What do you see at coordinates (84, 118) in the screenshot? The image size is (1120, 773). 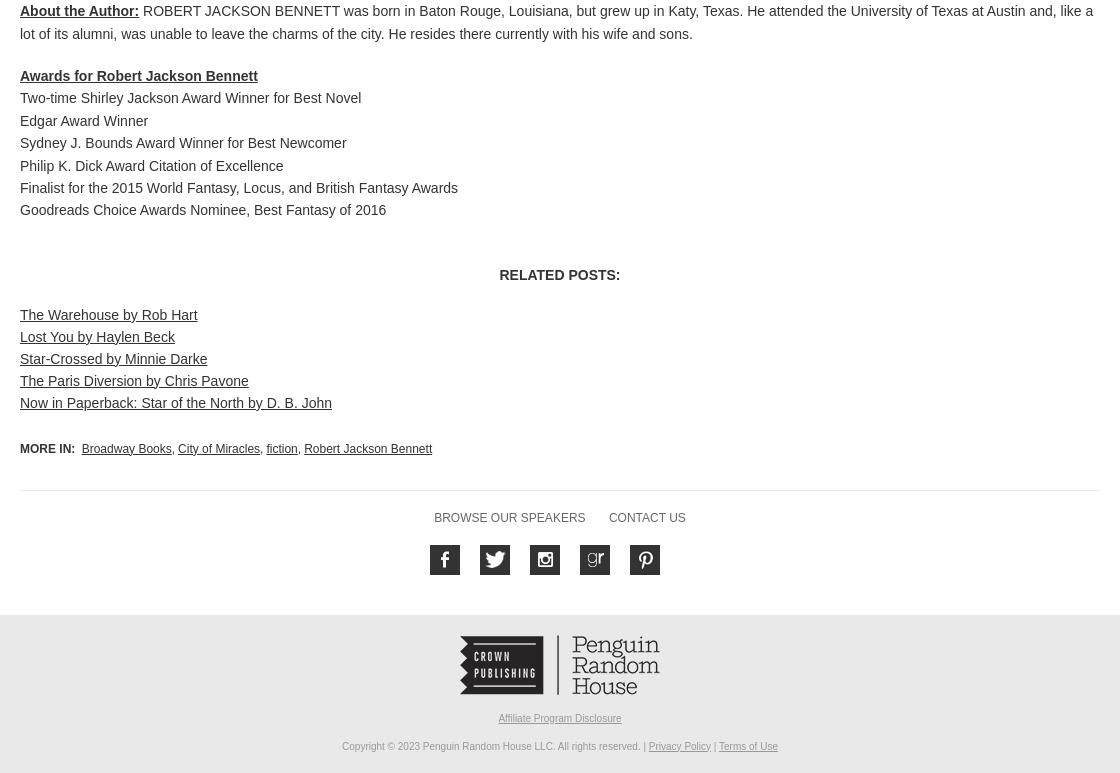 I see `'Edgar Award Winner'` at bounding box center [84, 118].